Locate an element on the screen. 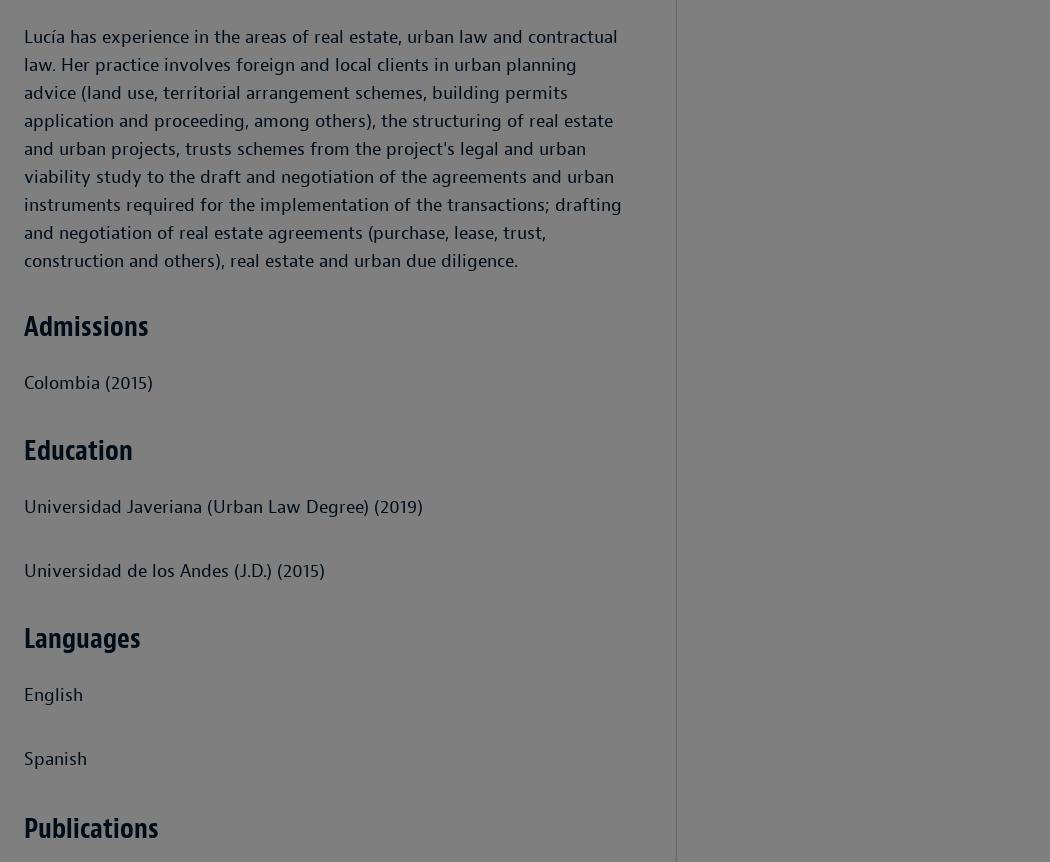 Image resolution: width=1050 pixels, height=862 pixels. 'Publications' is located at coordinates (91, 827).